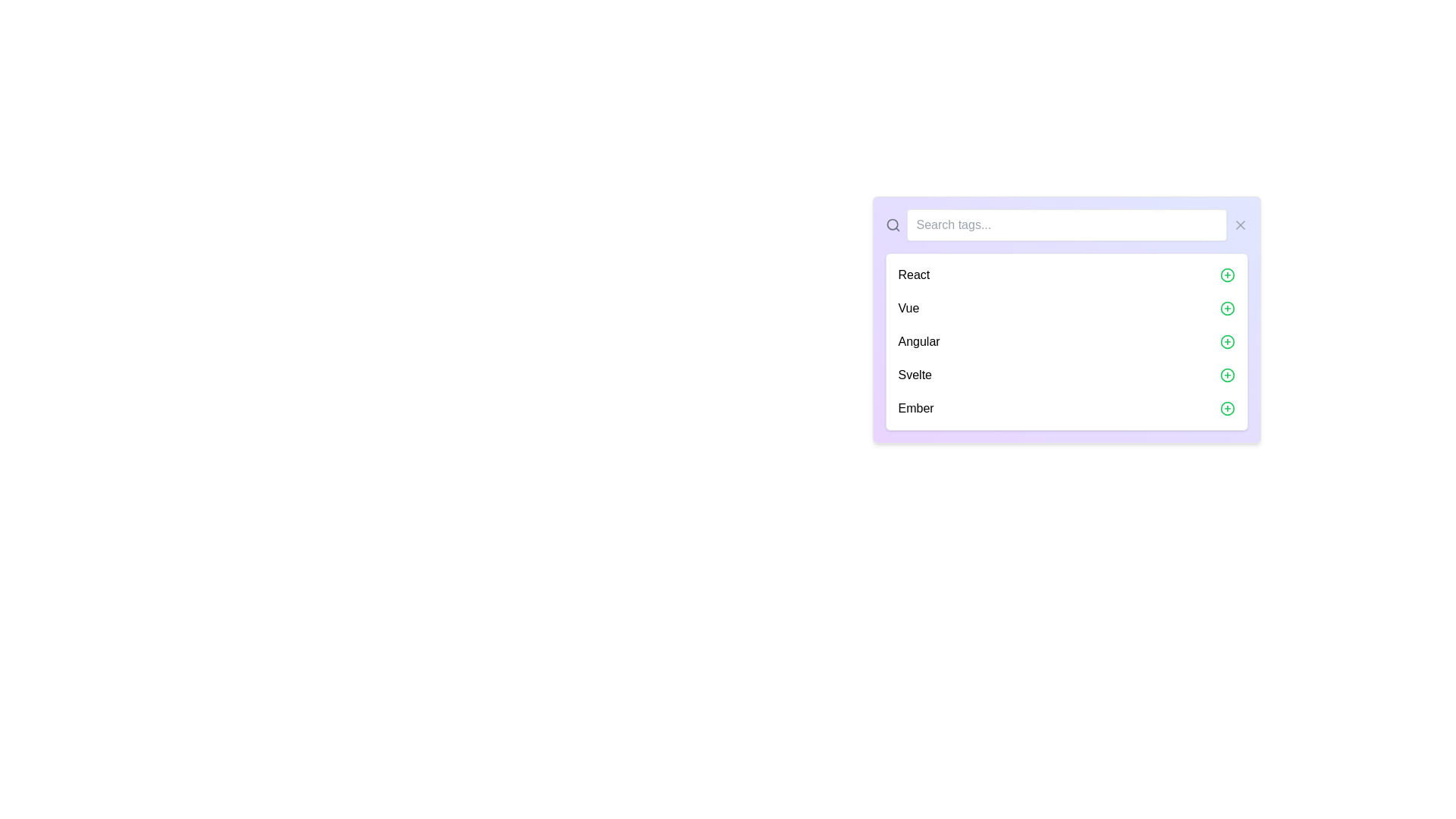 This screenshot has height=819, width=1456. Describe the element at coordinates (1227, 408) in the screenshot. I see `the green outlined circular shape within the plus sign icon located in the Ember entry of the tag list` at that location.